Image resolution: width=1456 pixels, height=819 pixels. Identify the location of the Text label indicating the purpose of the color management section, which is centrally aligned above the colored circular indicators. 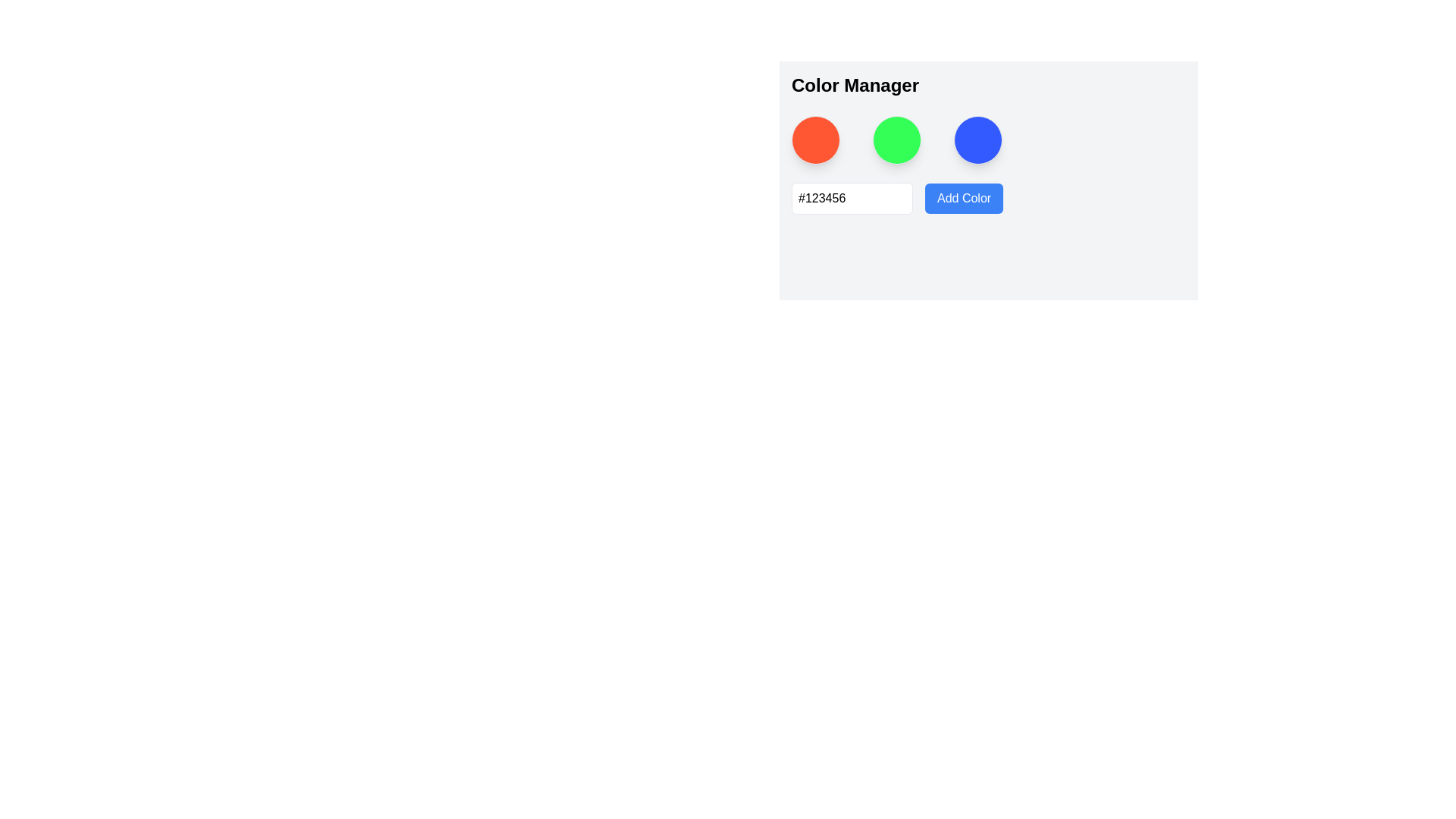
(855, 85).